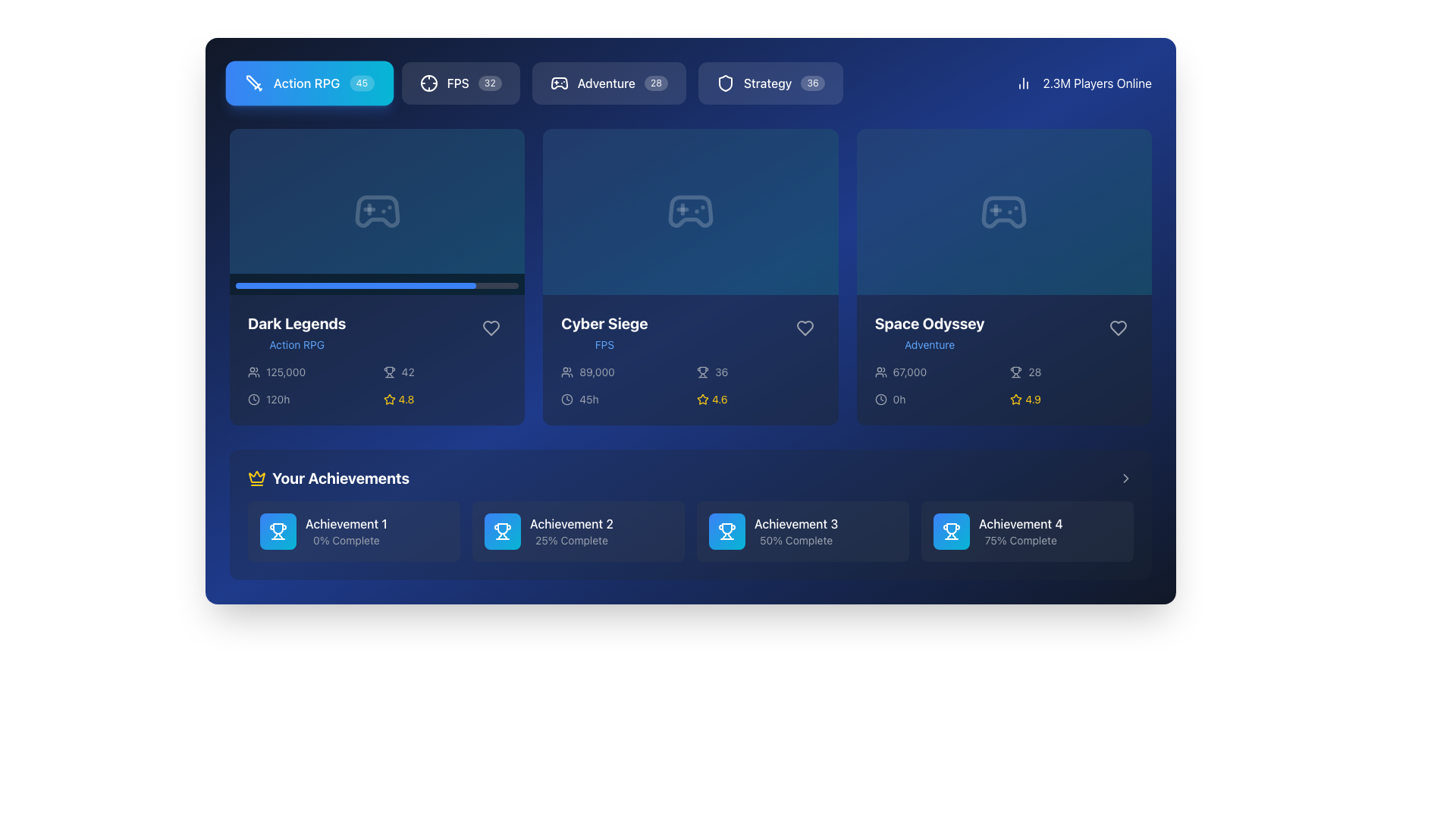  Describe the element at coordinates (252, 82) in the screenshot. I see `the iconic geometric shape representing the 'Action RPG' category indicator located in the top-left corner of the interface` at that location.